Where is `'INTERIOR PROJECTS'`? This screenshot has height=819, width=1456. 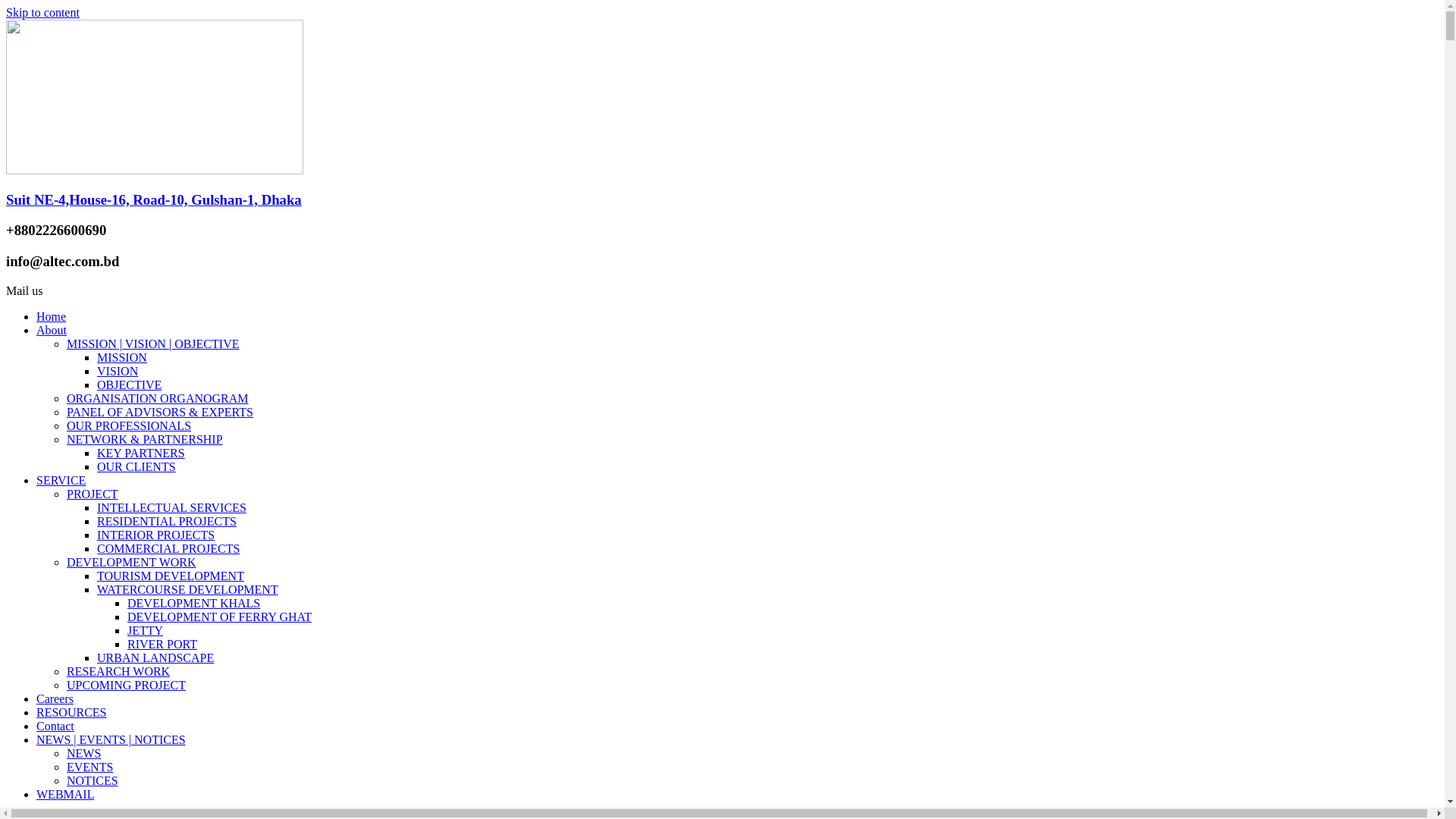
'INTERIOR PROJECTS' is located at coordinates (155, 534).